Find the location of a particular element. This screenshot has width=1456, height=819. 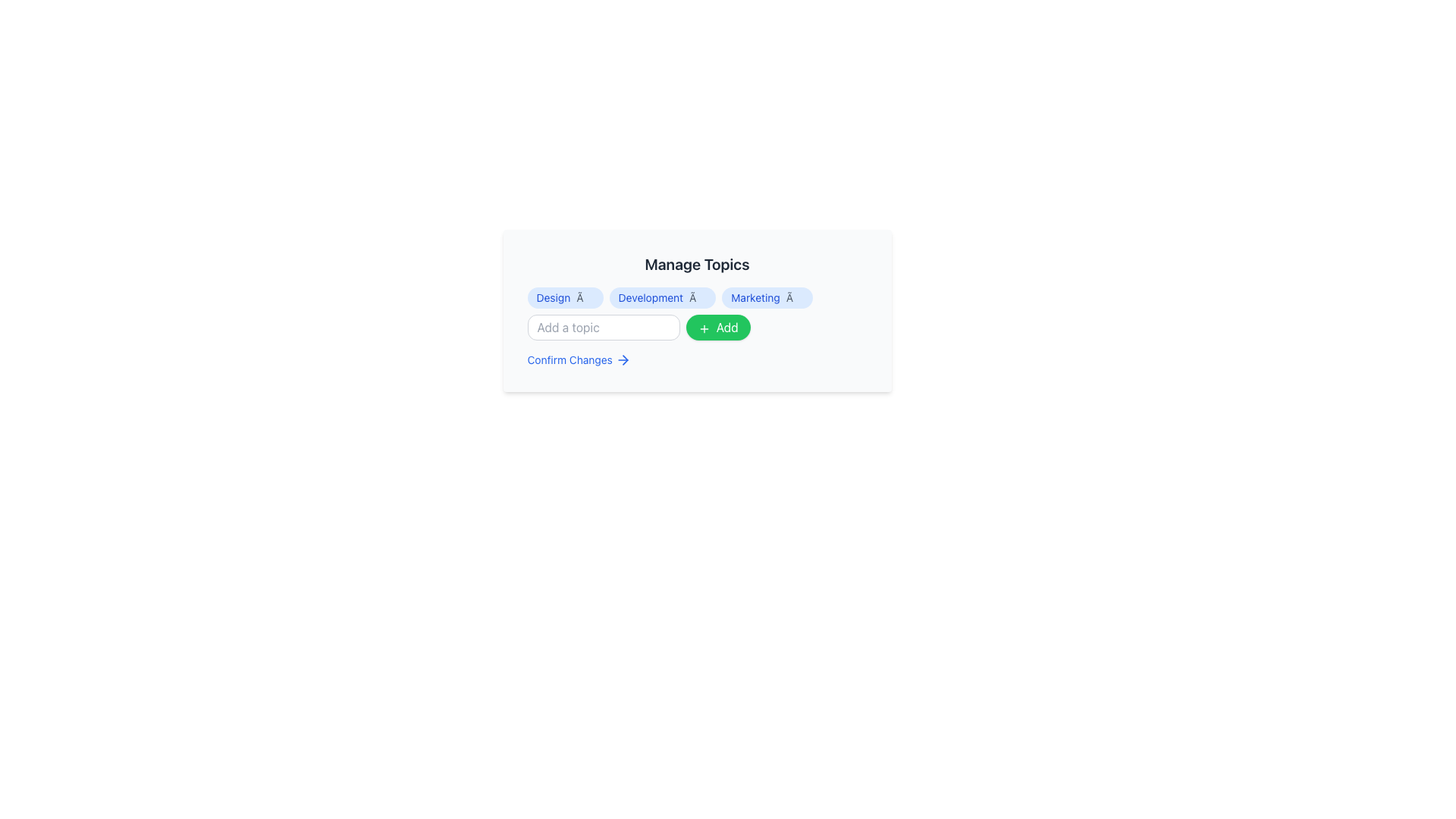

the '+' icon, which is a small SVG graphic styled with two intersecting lines, located within the green 'Add' button is located at coordinates (703, 328).